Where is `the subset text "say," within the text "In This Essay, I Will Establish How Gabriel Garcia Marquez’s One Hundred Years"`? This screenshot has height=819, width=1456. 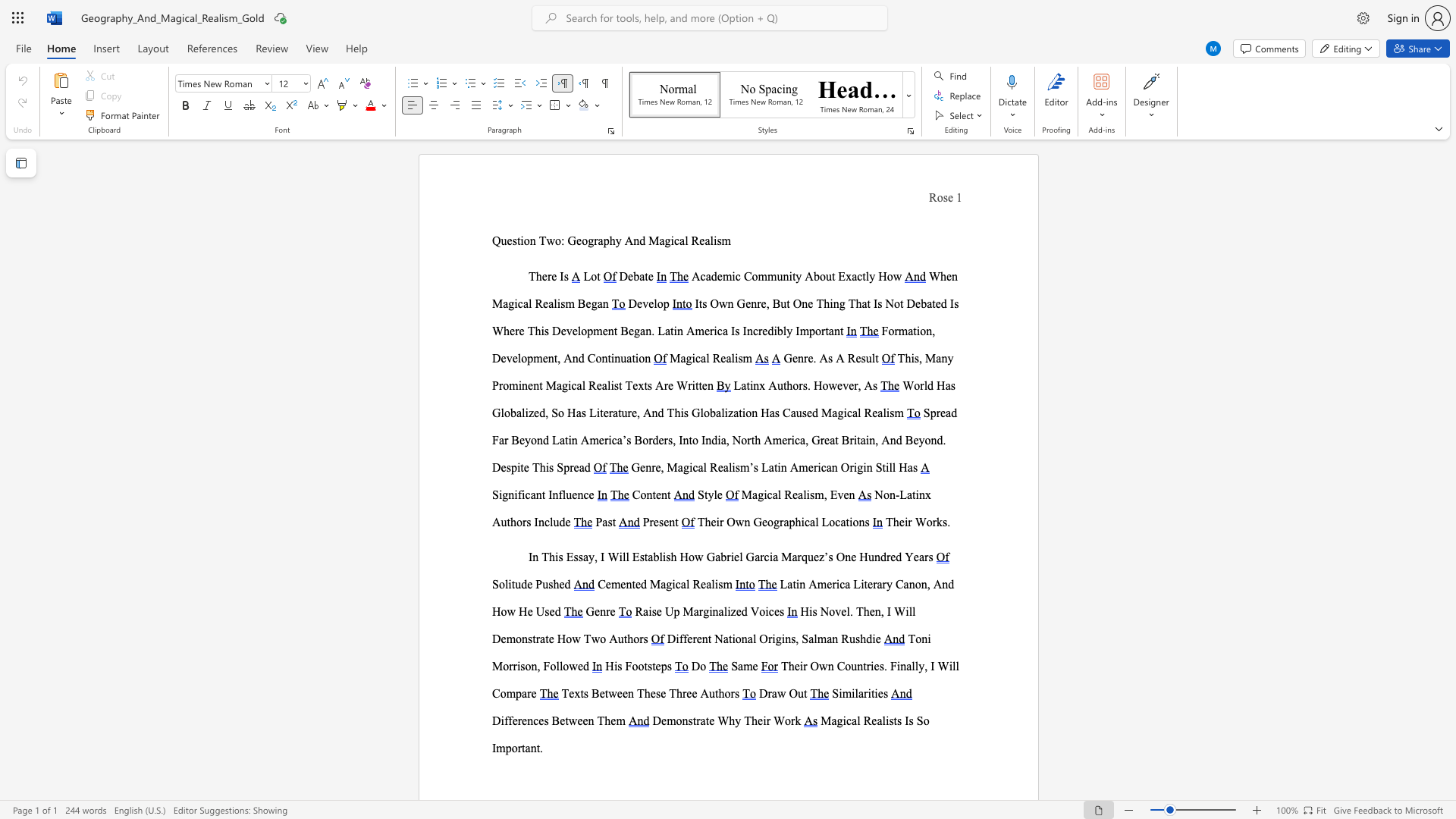 the subset text "say," within the text "In This Essay, I Will Establish How Gabriel Garcia Marquez’s One Hundred Years" is located at coordinates (577, 557).